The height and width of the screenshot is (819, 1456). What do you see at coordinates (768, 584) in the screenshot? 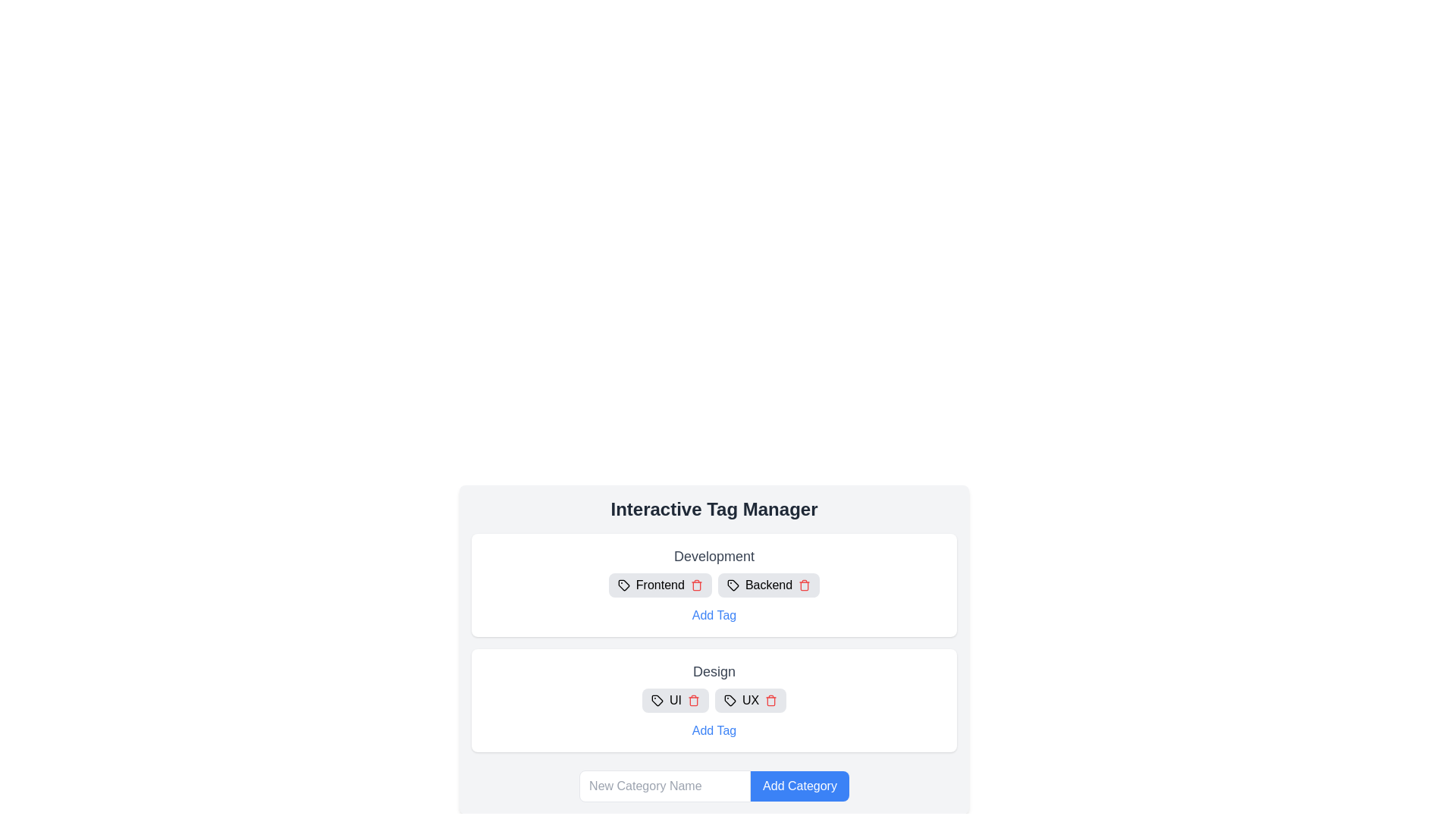
I see `the 'Backend' tag with delete functionality, which is a pill-shaped tag with a light gray background, black text, and a red delete icon, located in the 'Development' section of the 'Interactive Tag Manager'` at bounding box center [768, 584].